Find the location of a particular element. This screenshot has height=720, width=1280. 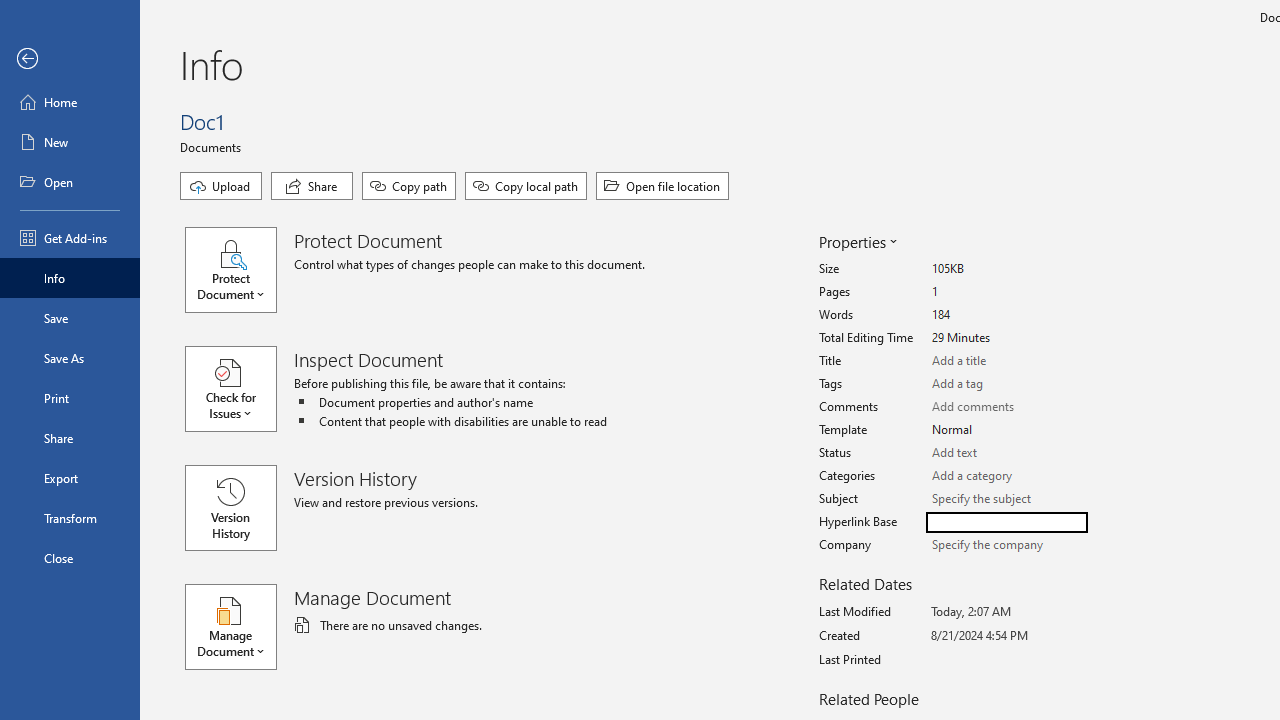

'Pages' is located at coordinates (1006, 292).